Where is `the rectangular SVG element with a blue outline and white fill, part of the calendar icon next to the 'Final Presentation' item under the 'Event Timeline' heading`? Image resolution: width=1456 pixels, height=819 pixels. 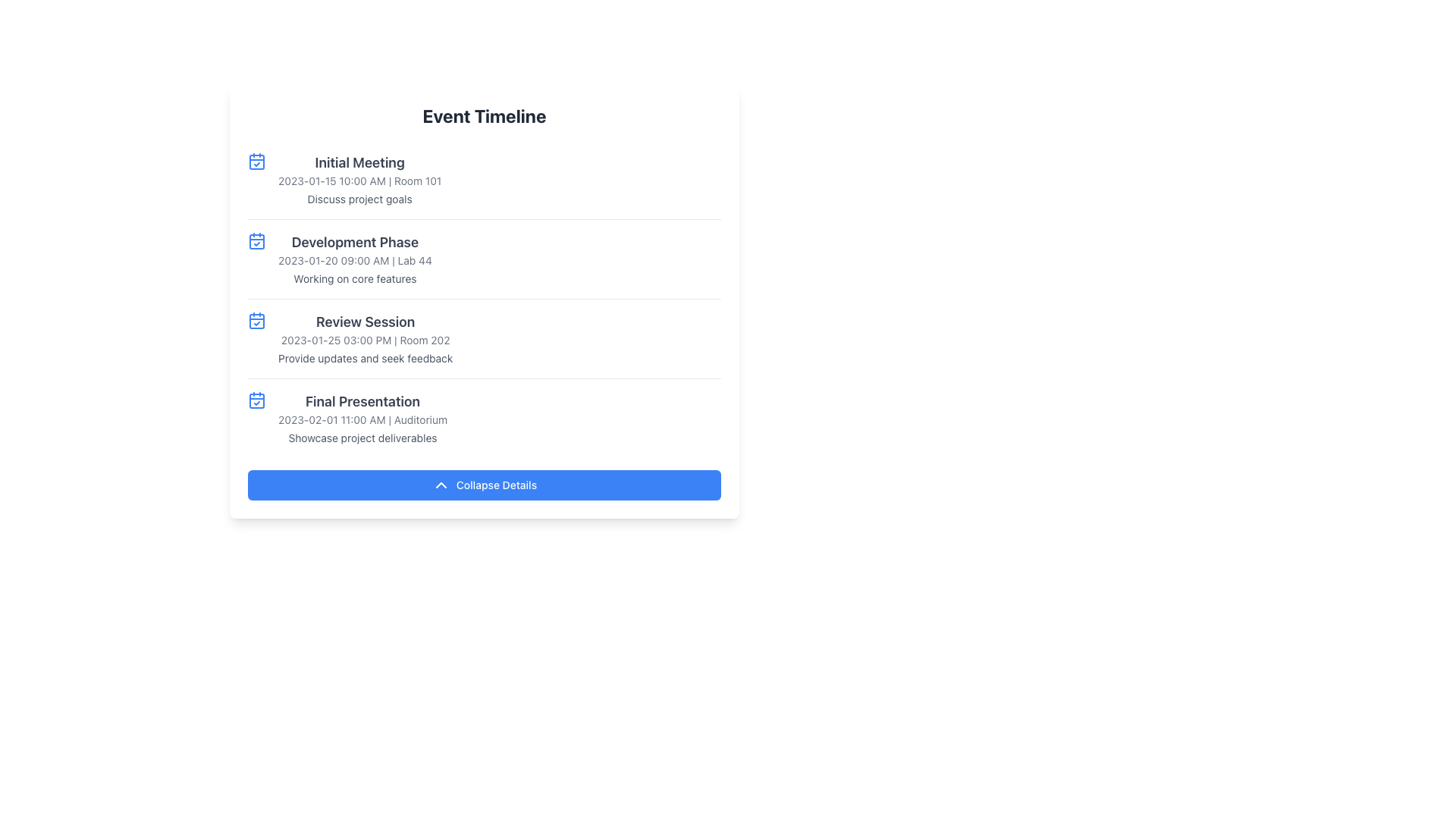
the rectangular SVG element with a blue outline and white fill, part of the calendar icon next to the 'Final Presentation' item under the 'Event Timeline' heading is located at coordinates (257, 400).